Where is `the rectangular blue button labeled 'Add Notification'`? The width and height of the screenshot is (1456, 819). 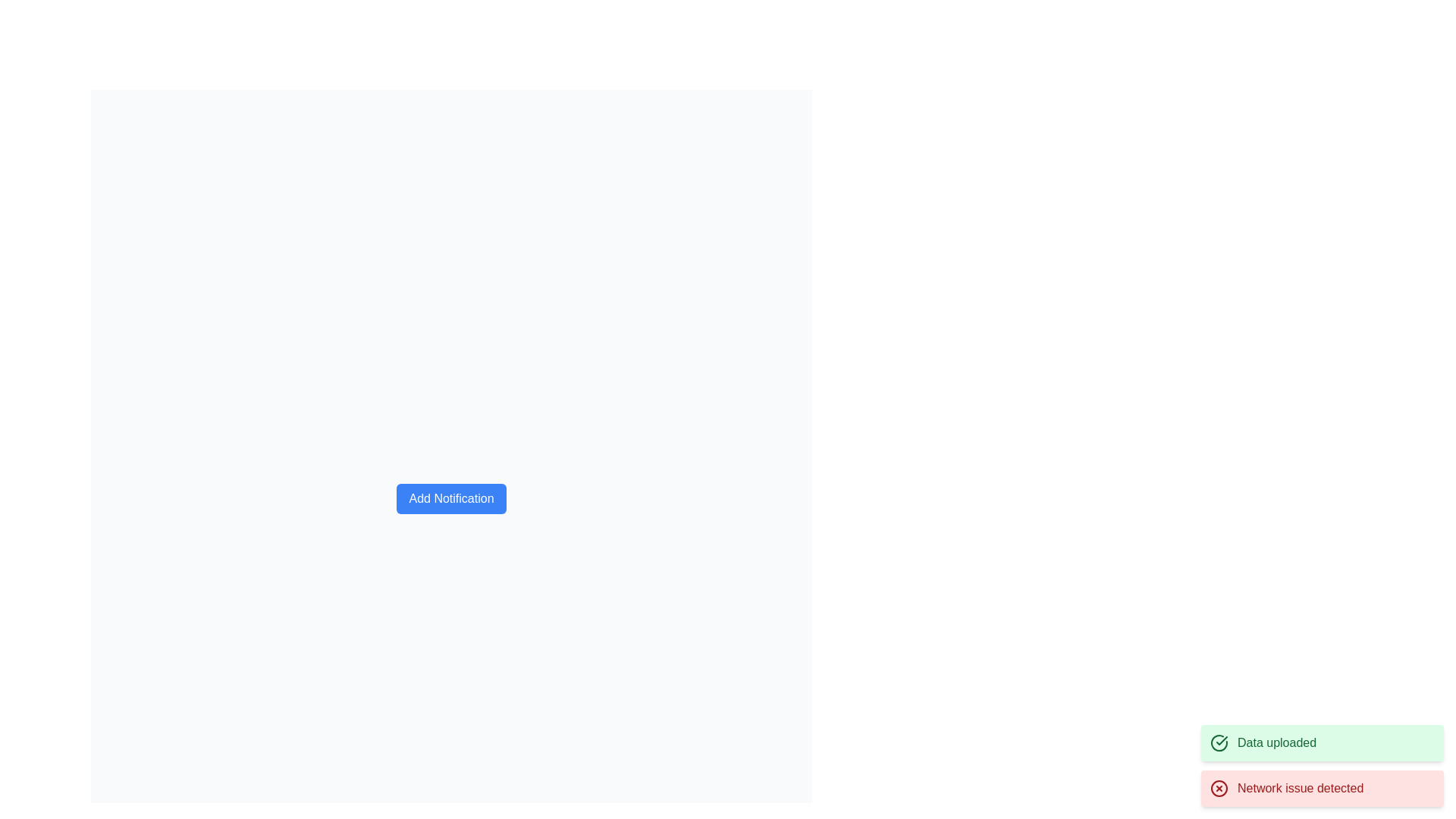
the rectangular blue button labeled 'Add Notification' is located at coordinates (450, 499).